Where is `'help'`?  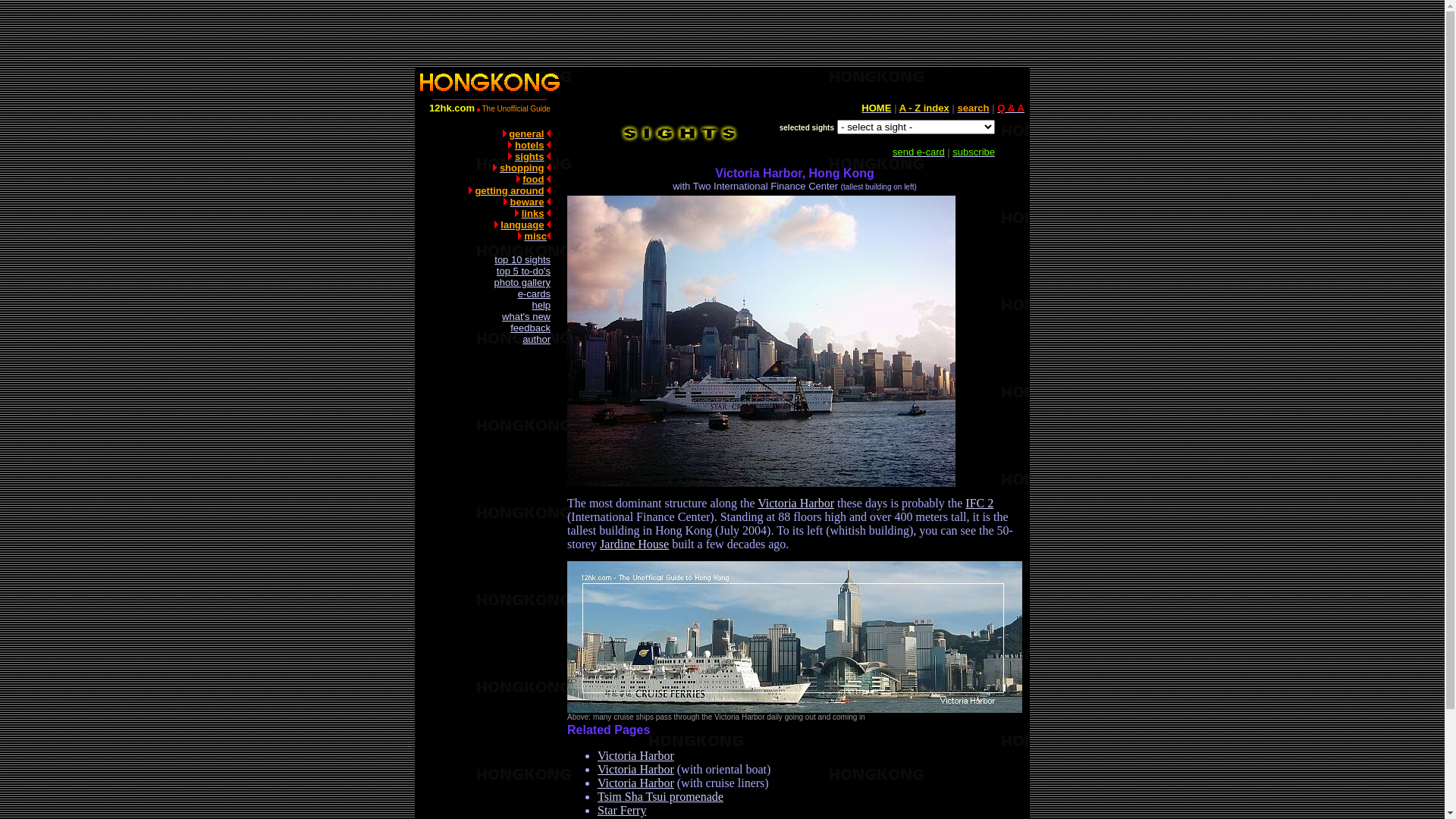 'help' is located at coordinates (541, 305).